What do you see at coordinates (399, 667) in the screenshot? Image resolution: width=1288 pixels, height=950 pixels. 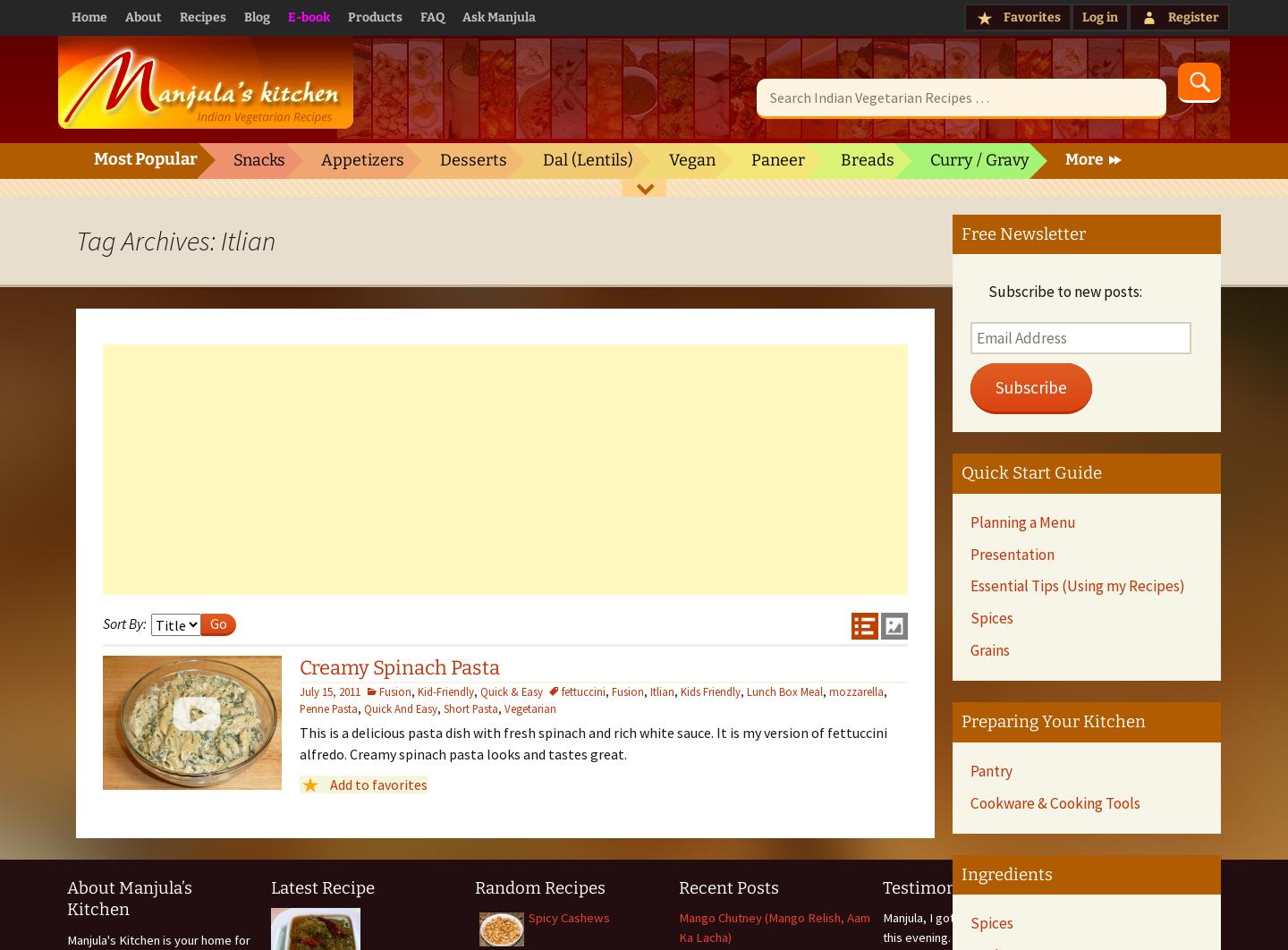 I see `'Creamy Spinach Pasta'` at bounding box center [399, 667].